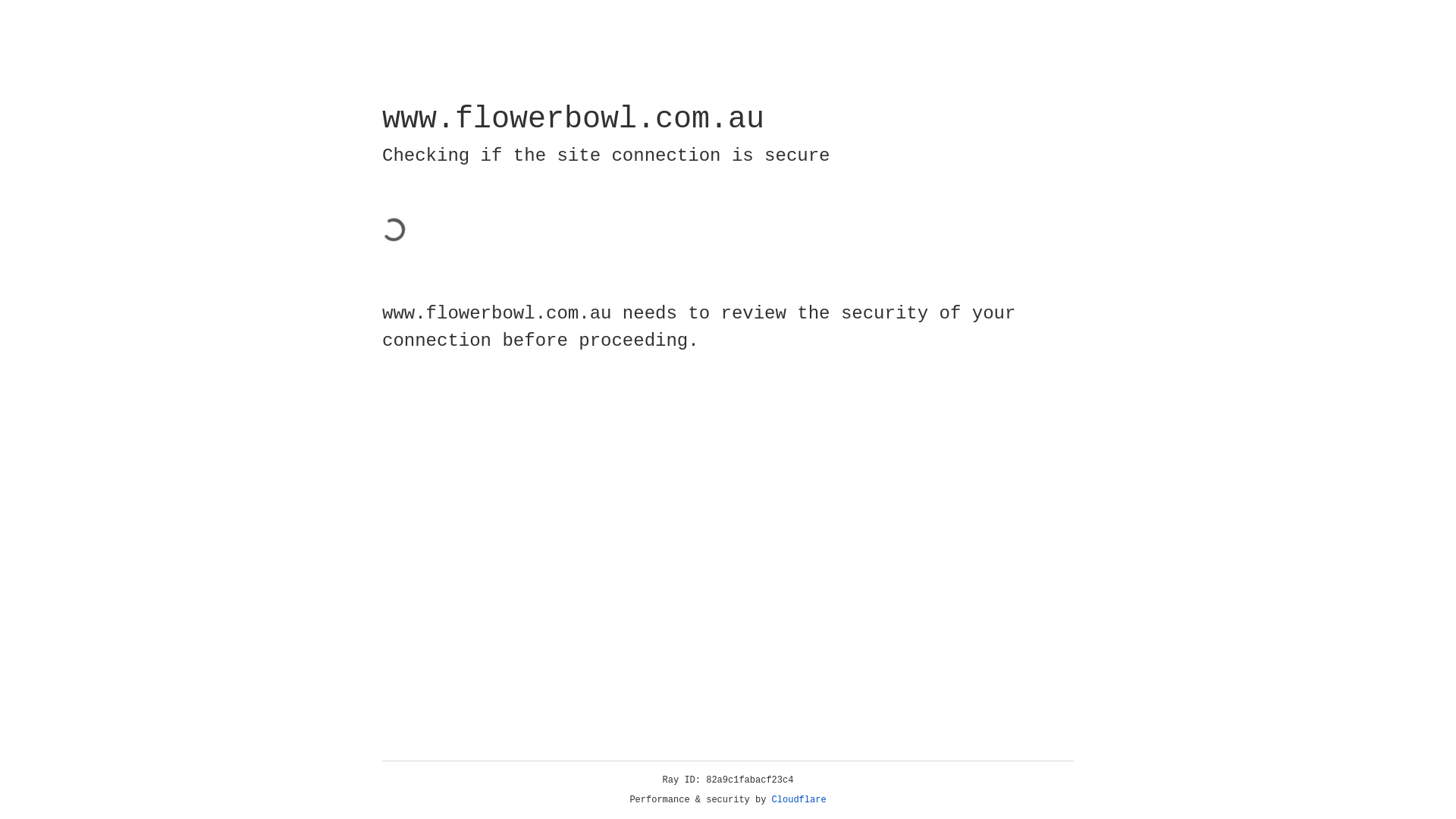 The width and height of the screenshot is (1456, 819). What do you see at coordinates (799, 799) in the screenshot?
I see `'Cloudflare'` at bounding box center [799, 799].